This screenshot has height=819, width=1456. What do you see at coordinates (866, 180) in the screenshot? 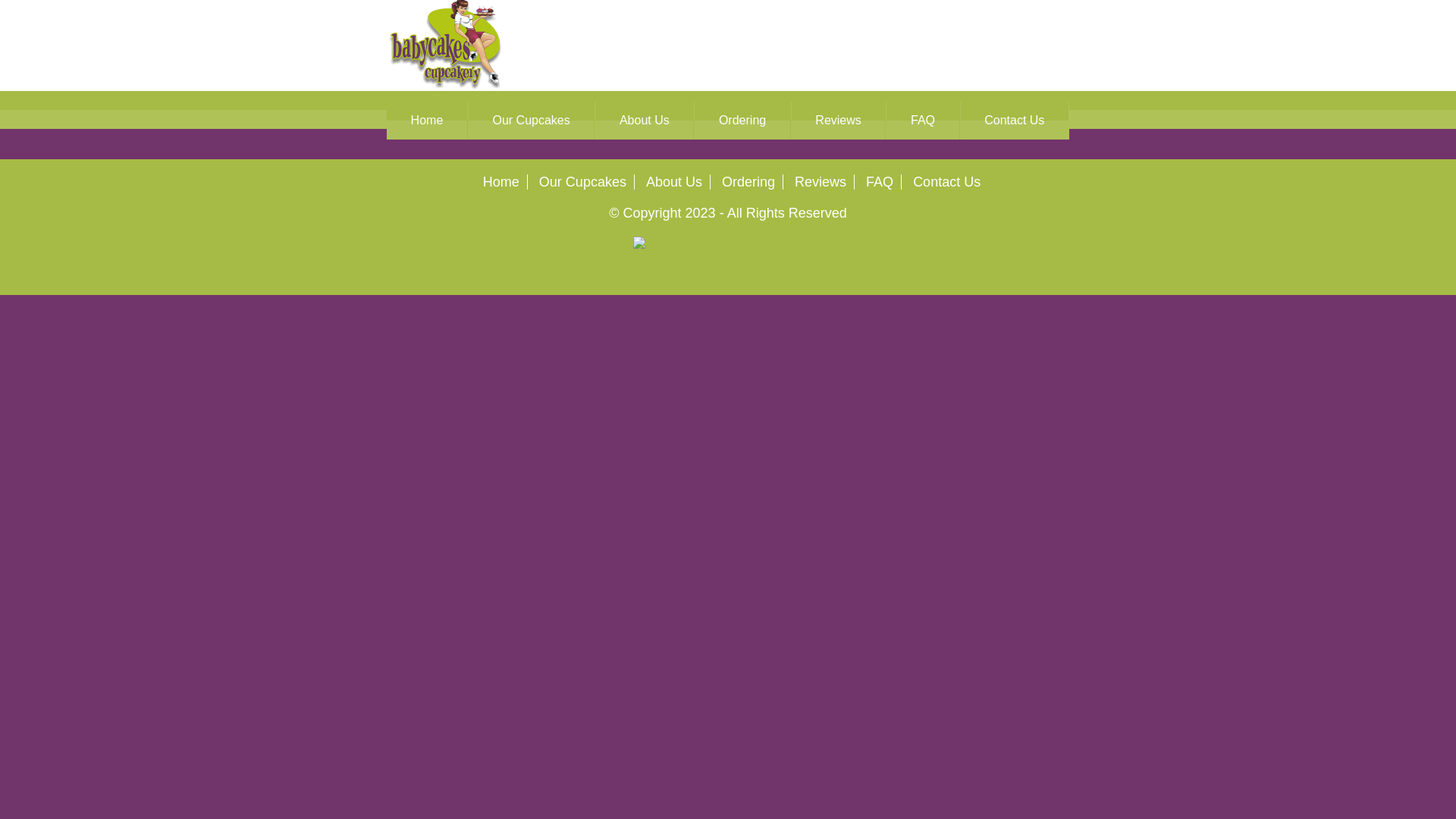
I see `'FAQ'` at bounding box center [866, 180].